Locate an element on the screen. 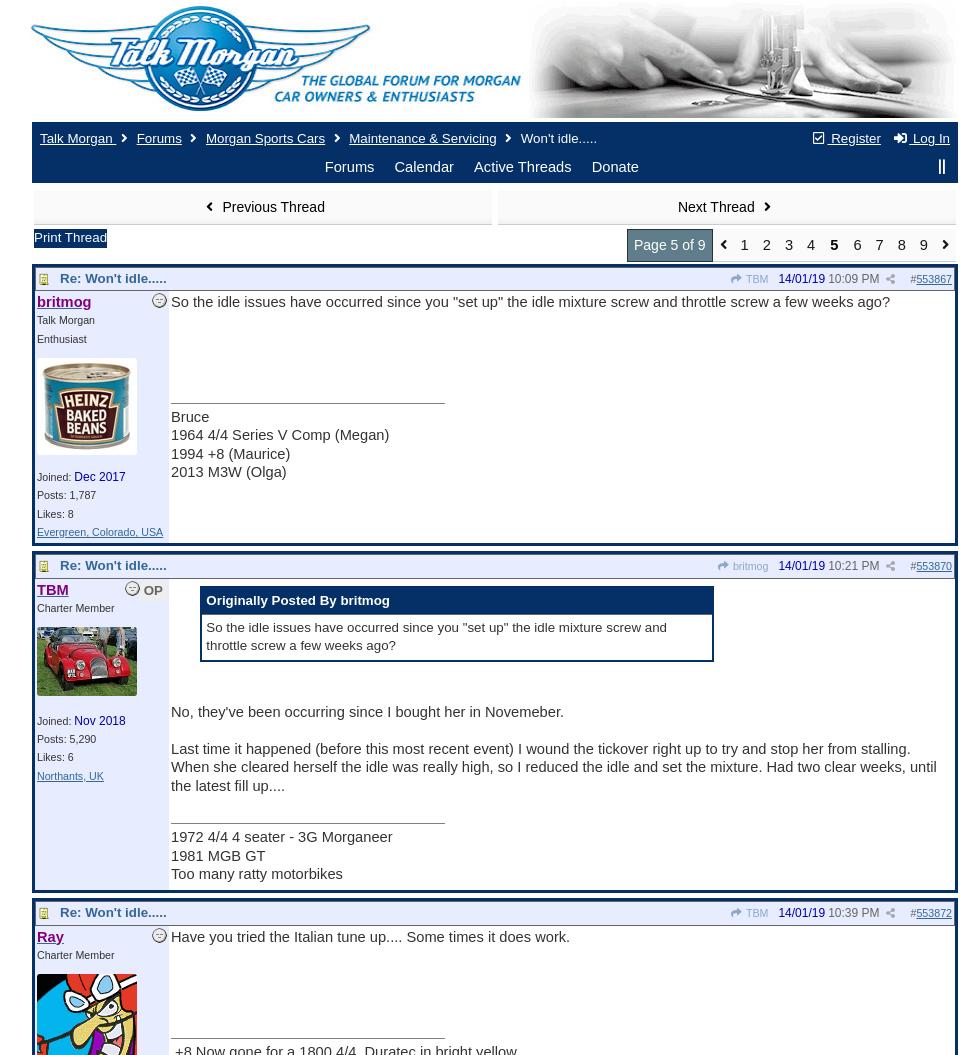 The height and width of the screenshot is (1055, 960). 'OP' is located at coordinates (142, 589).